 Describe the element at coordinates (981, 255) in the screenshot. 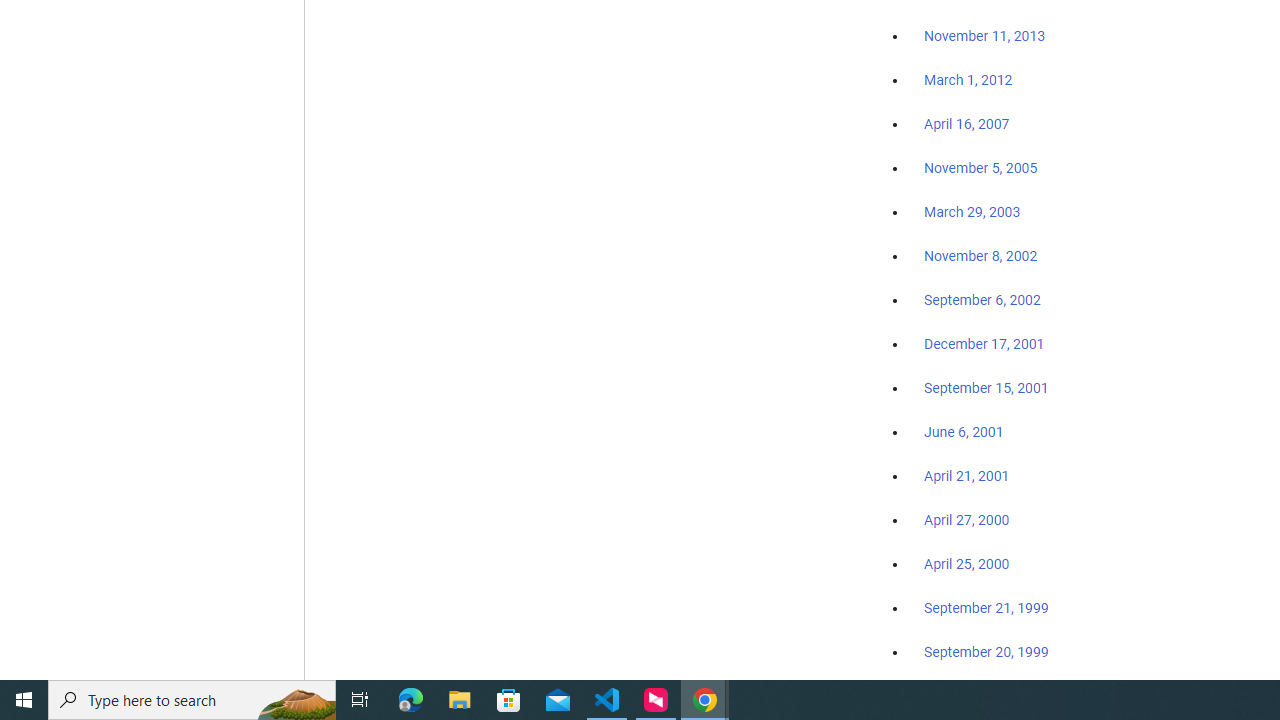

I see `'November 8, 2002'` at that location.